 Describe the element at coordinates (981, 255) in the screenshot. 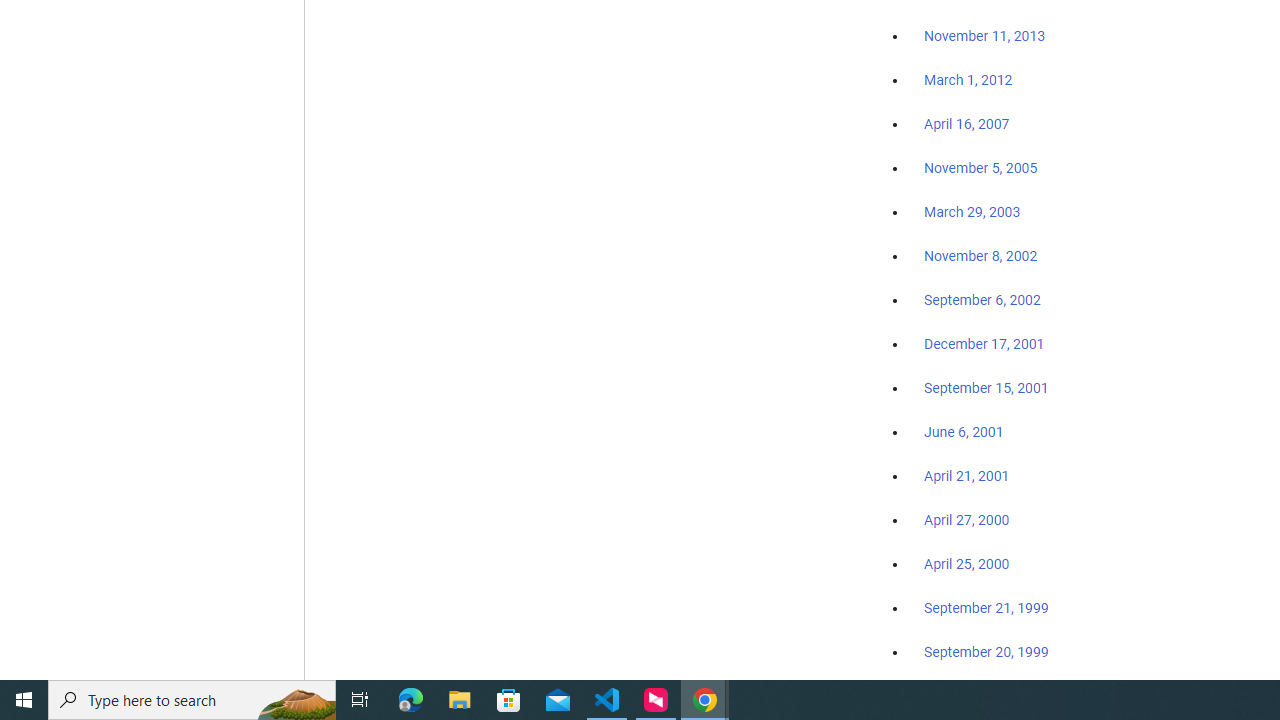

I see `'November 8, 2002'` at that location.